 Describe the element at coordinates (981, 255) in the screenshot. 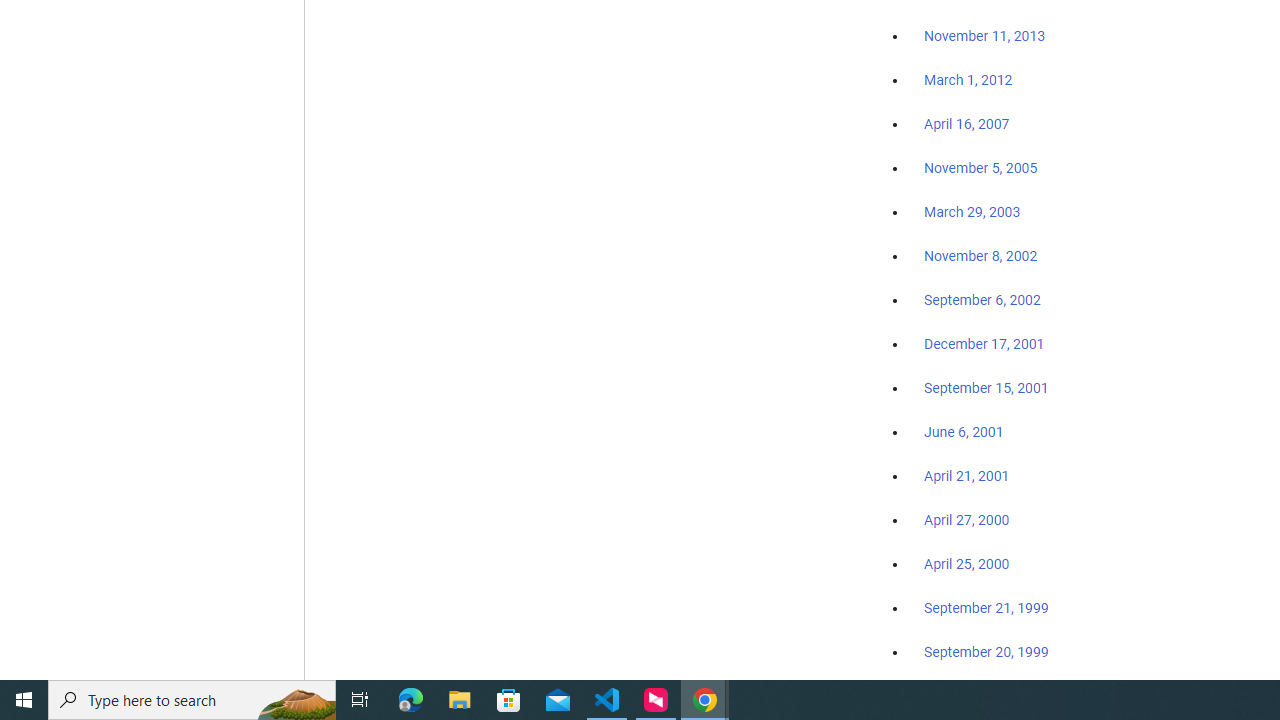

I see `'November 8, 2002'` at that location.